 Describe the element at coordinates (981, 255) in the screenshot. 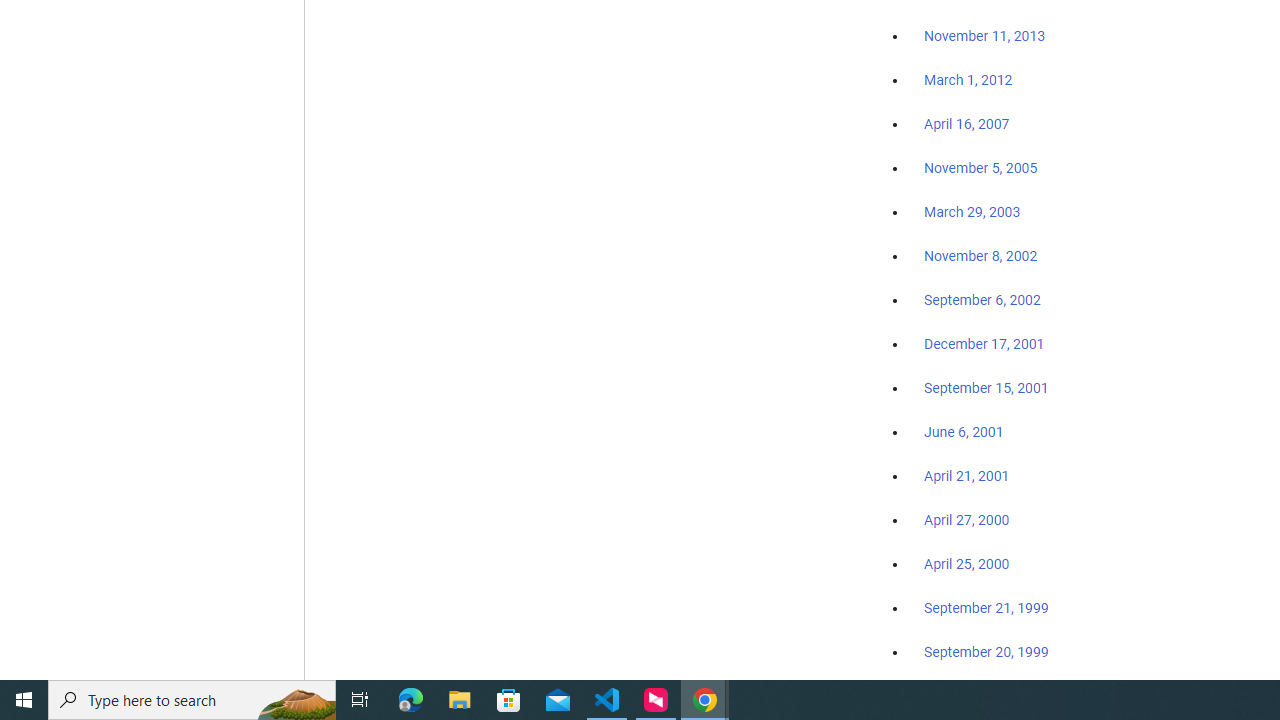

I see `'November 8, 2002'` at that location.